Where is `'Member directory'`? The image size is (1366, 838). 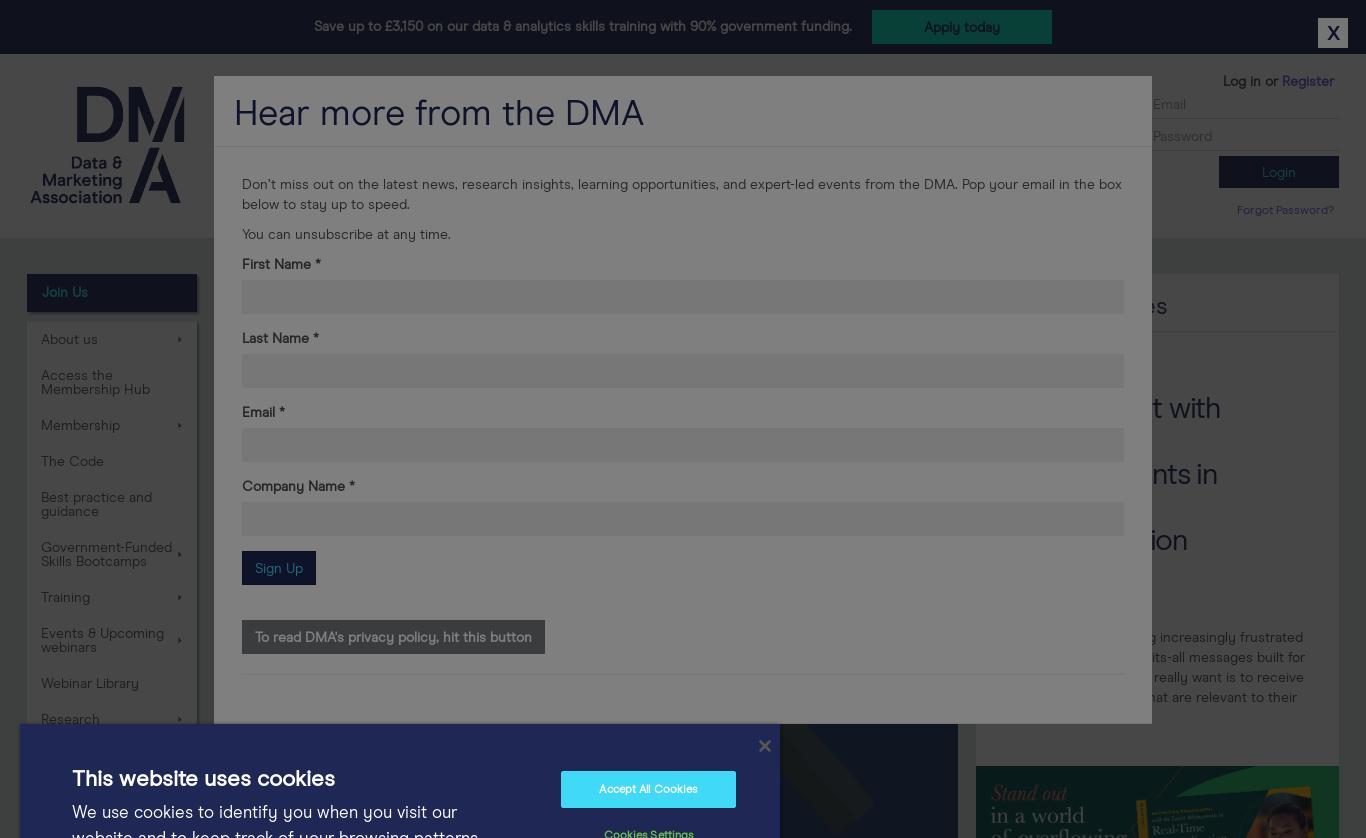
'Member directory' is located at coordinates (787, 207).